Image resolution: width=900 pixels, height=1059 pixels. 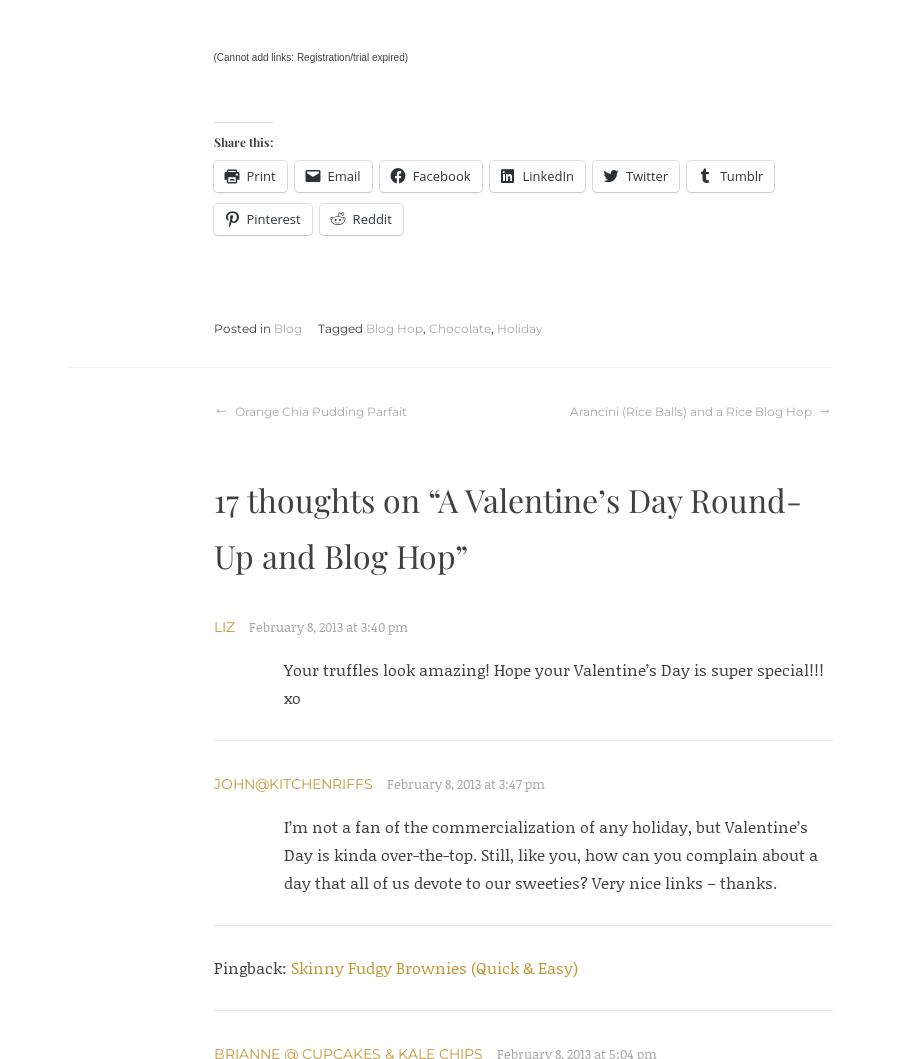 I want to click on '17 thoughts on “', so click(x=323, y=499).